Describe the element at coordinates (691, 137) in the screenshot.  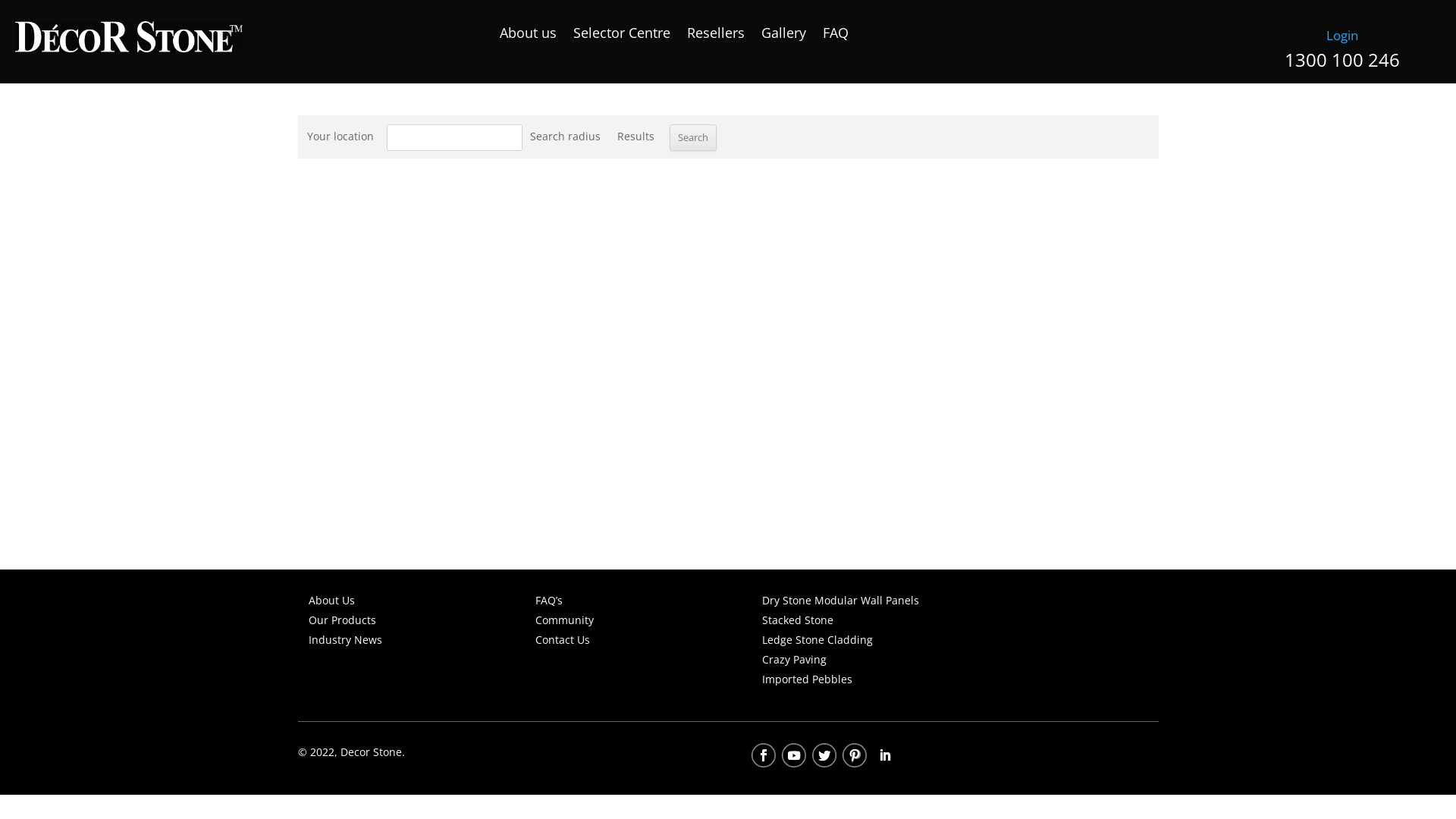
I see `'Search'` at that location.